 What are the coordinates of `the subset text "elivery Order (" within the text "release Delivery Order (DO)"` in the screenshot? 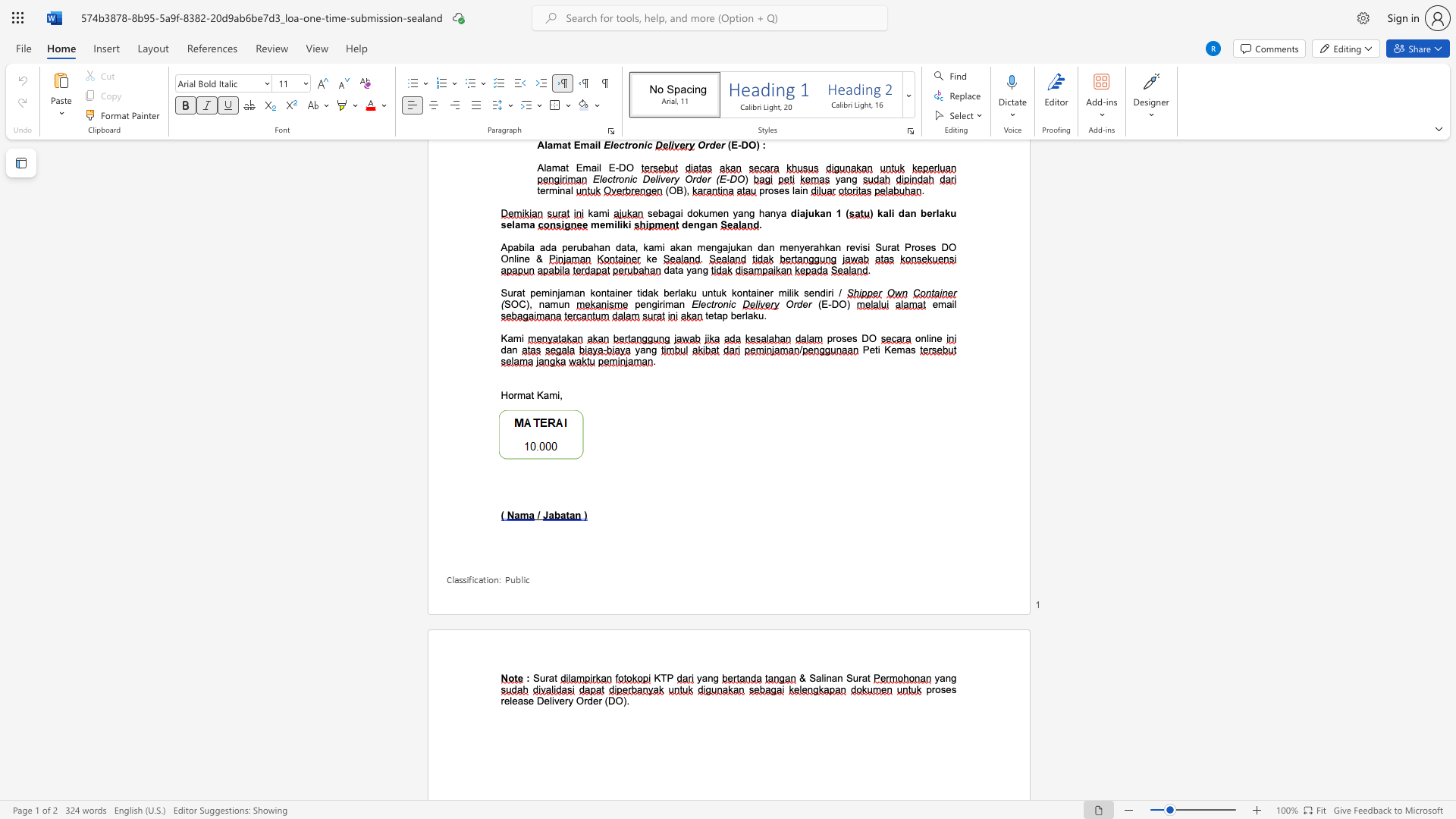 It's located at (544, 701).